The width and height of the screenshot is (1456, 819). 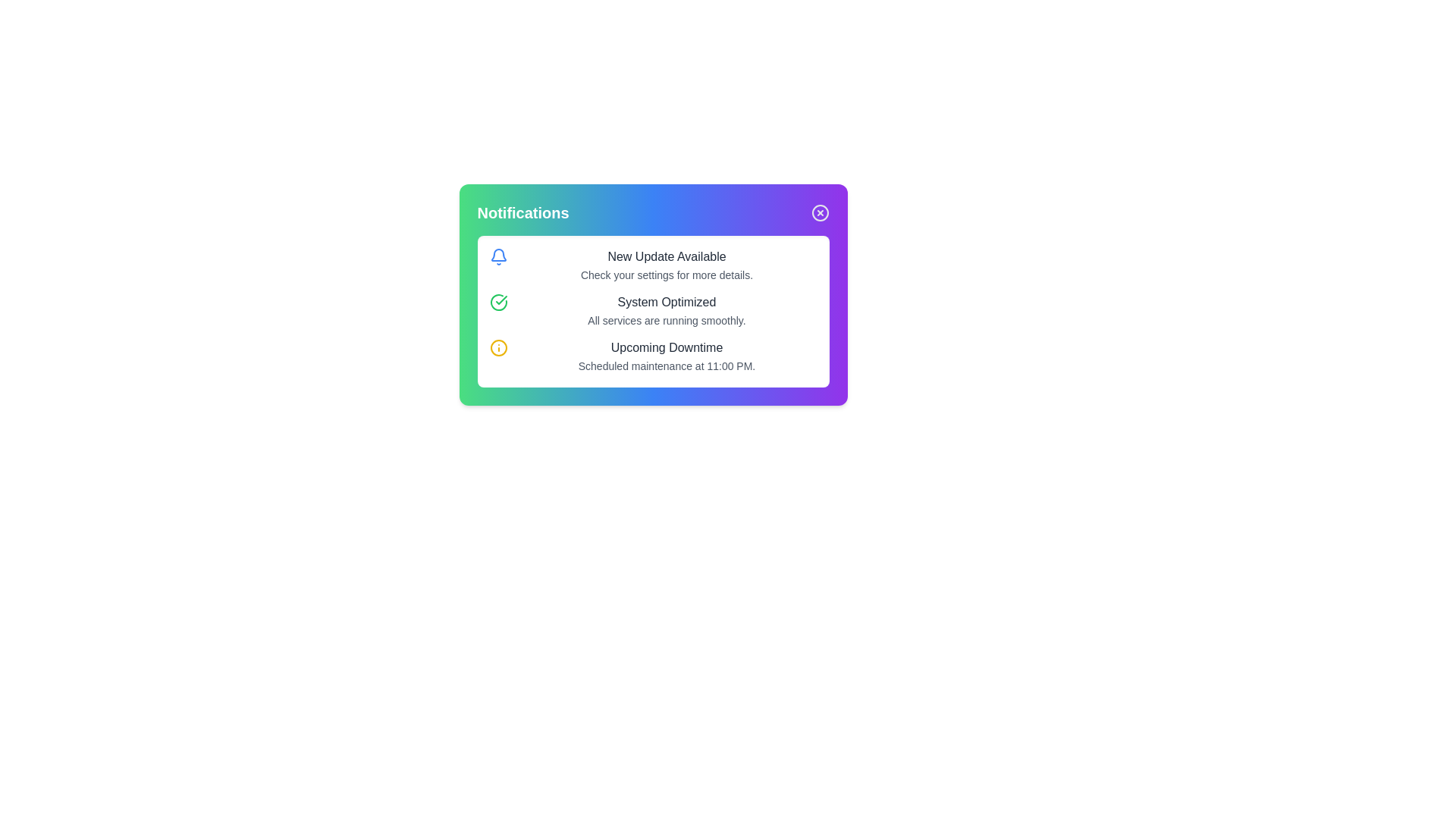 I want to click on the outer circular component of the success icon located second in the vertical arrangement of icons within the notification panel, so click(x=498, y=302).